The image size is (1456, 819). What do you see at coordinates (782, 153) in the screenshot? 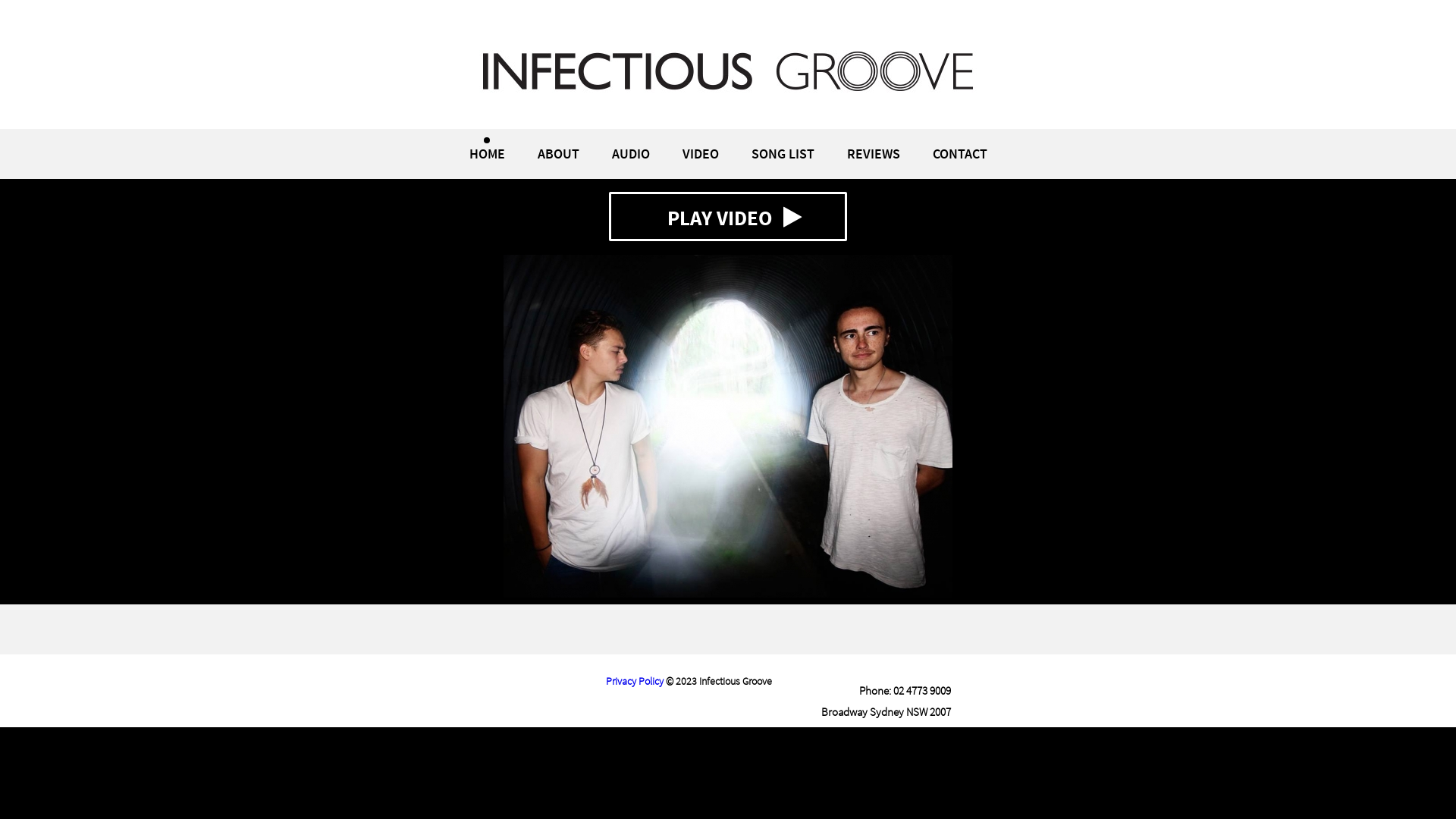
I see `'SONG LIST'` at bounding box center [782, 153].